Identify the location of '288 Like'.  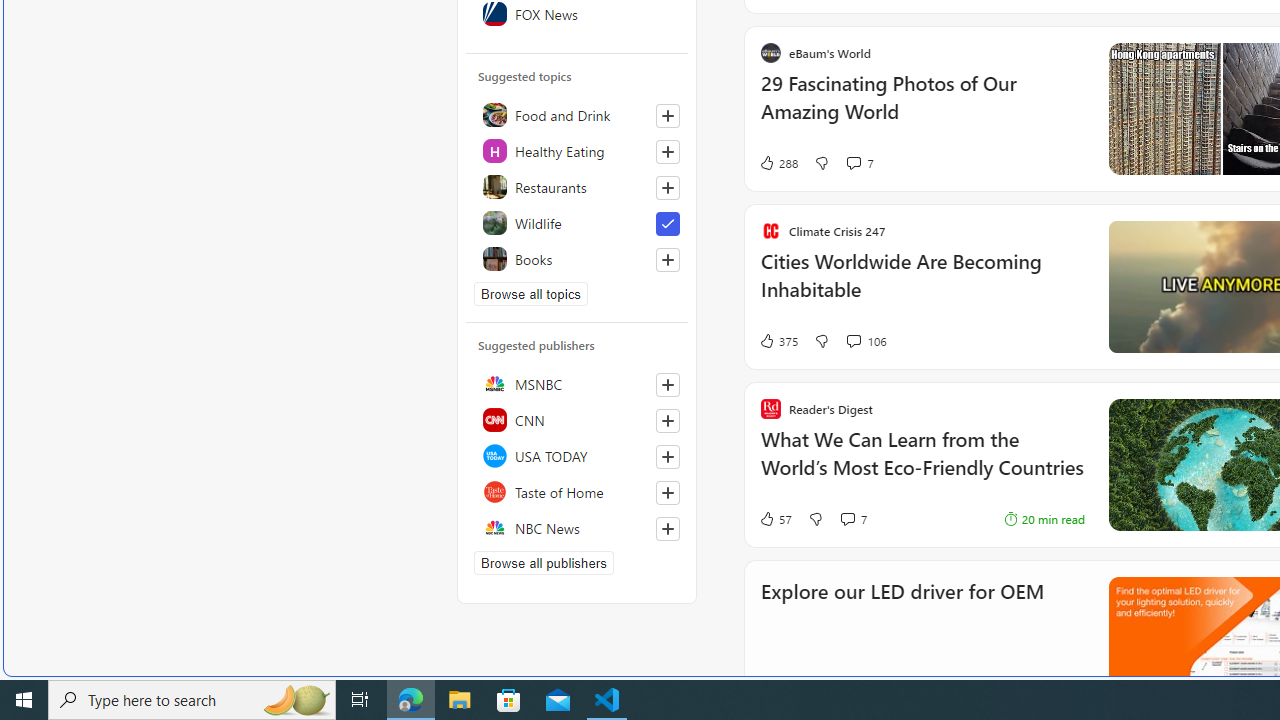
(777, 162).